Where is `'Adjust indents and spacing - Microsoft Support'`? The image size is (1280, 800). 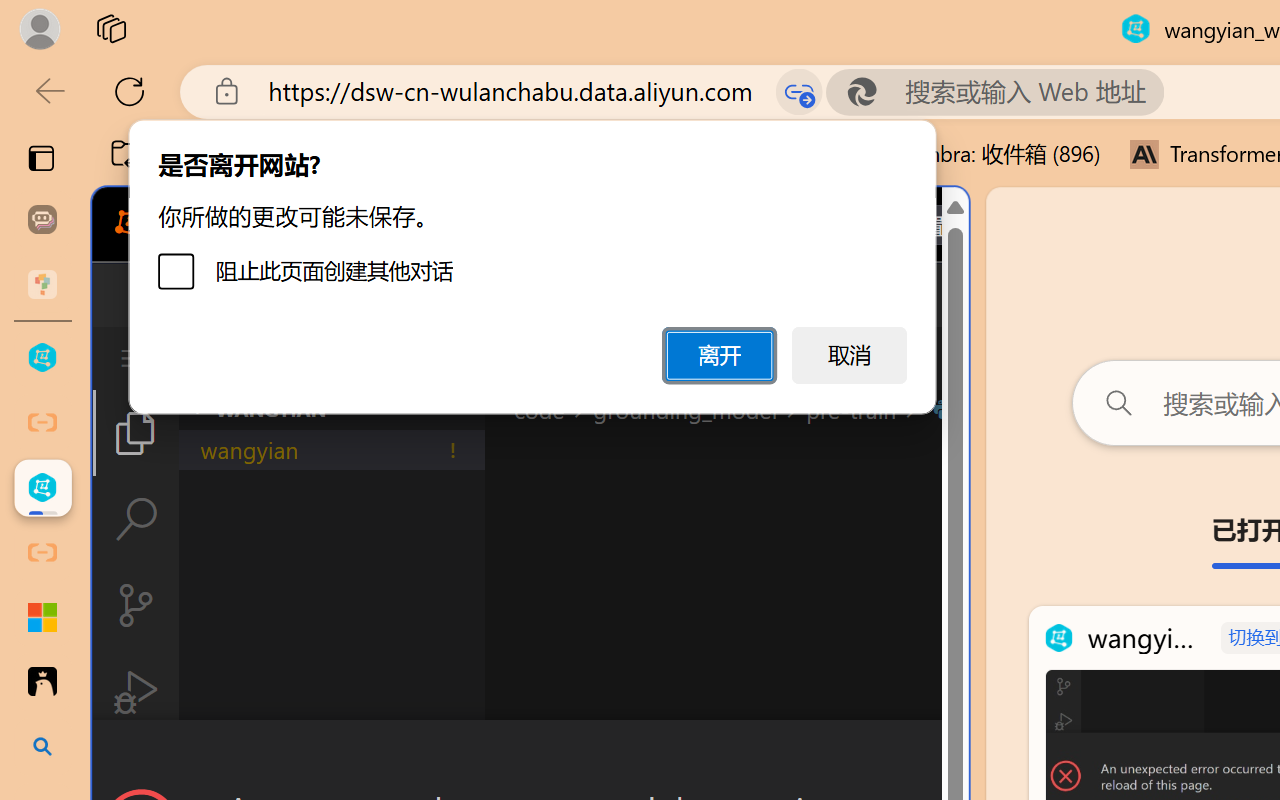
'Adjust indents and spacing - Microsoft Support' is located at coordinates (42, 617).